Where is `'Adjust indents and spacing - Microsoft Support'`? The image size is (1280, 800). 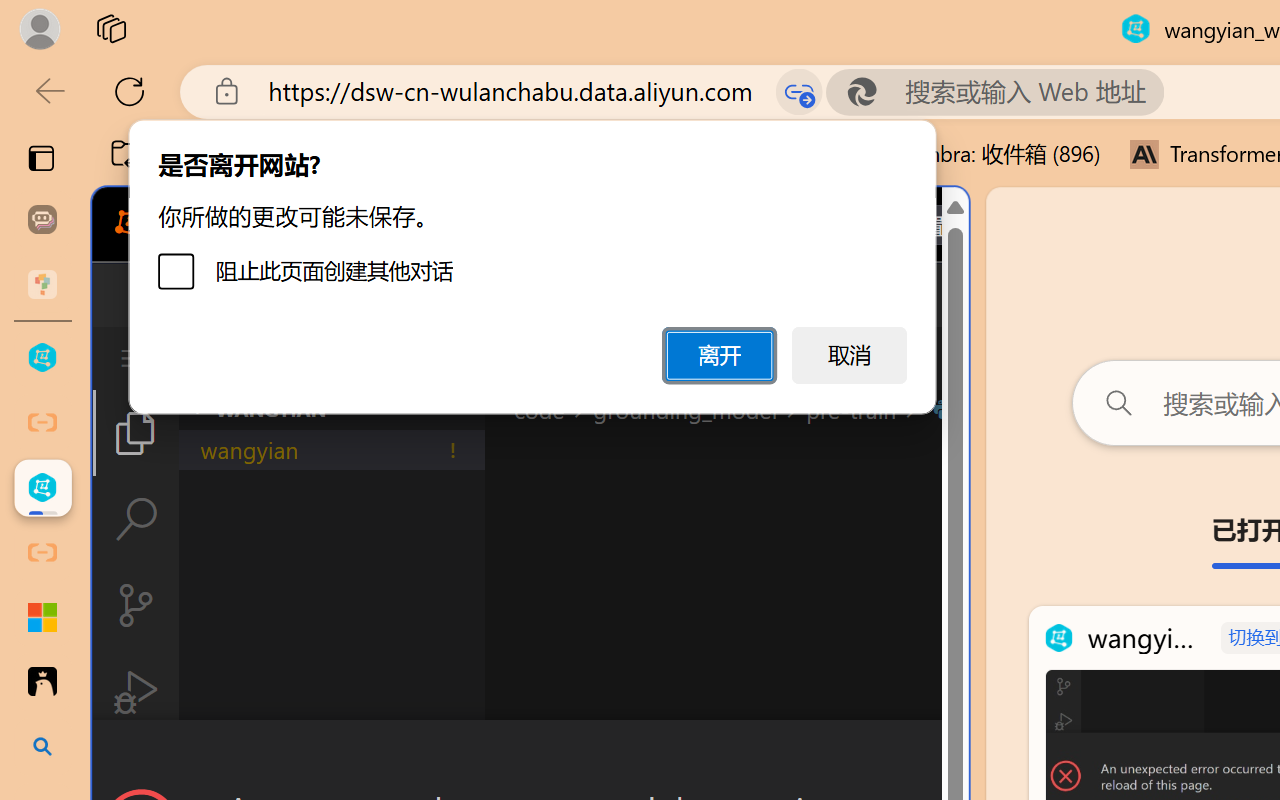
'Adjust indents and spacing - Microsoft Support' is located at coordinates (42, 617).